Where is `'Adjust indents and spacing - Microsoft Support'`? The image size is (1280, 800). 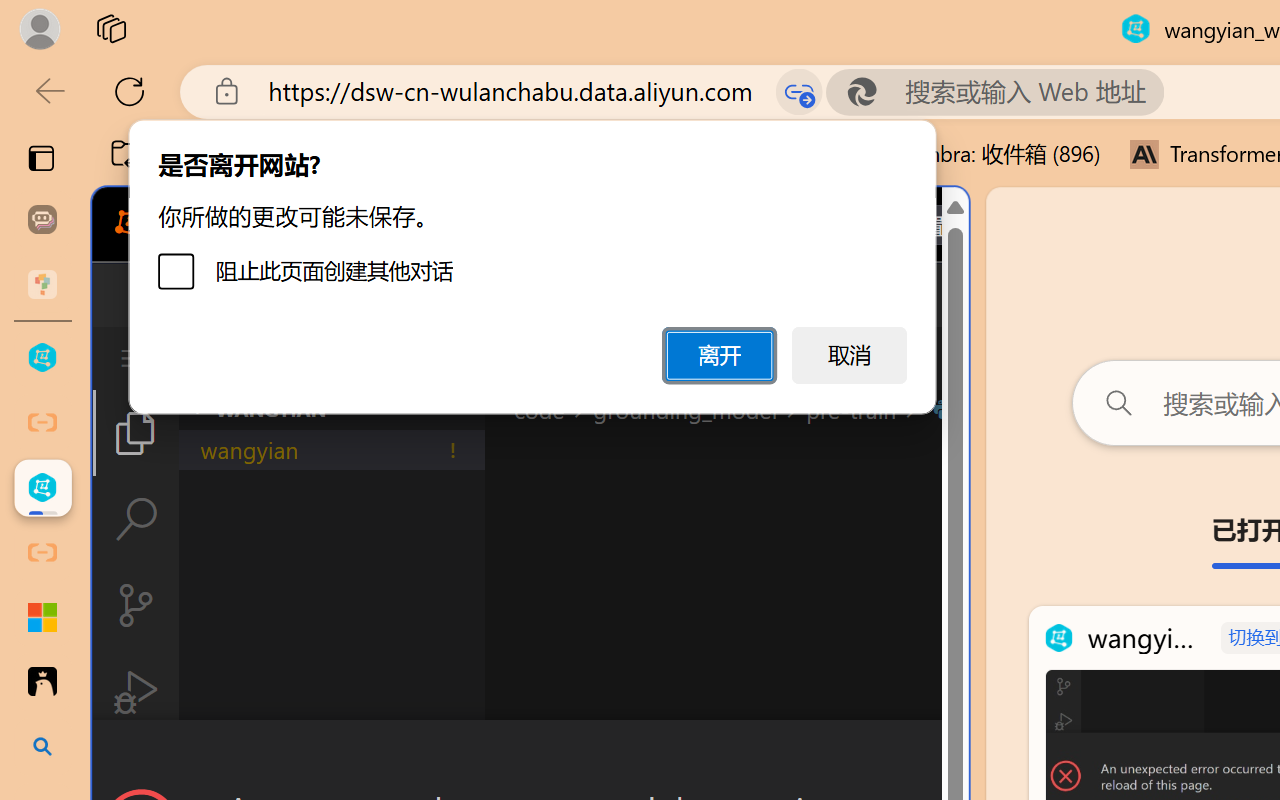
'Adjust indents and spacing - Microsoft Support' is located at coordinates (42, 617).